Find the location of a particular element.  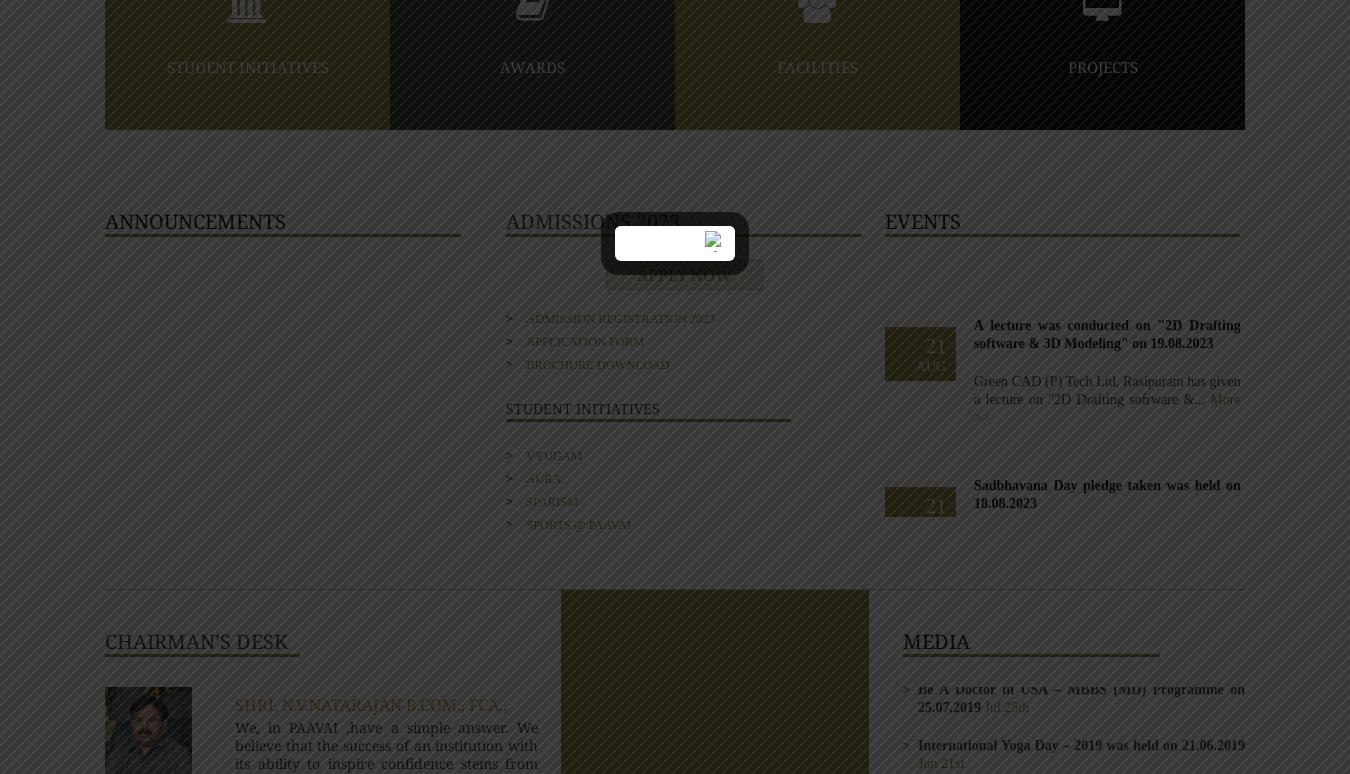

'Paavai Women Empowerment Series X 12.12.2019' is located at coordinates (1081, 268).